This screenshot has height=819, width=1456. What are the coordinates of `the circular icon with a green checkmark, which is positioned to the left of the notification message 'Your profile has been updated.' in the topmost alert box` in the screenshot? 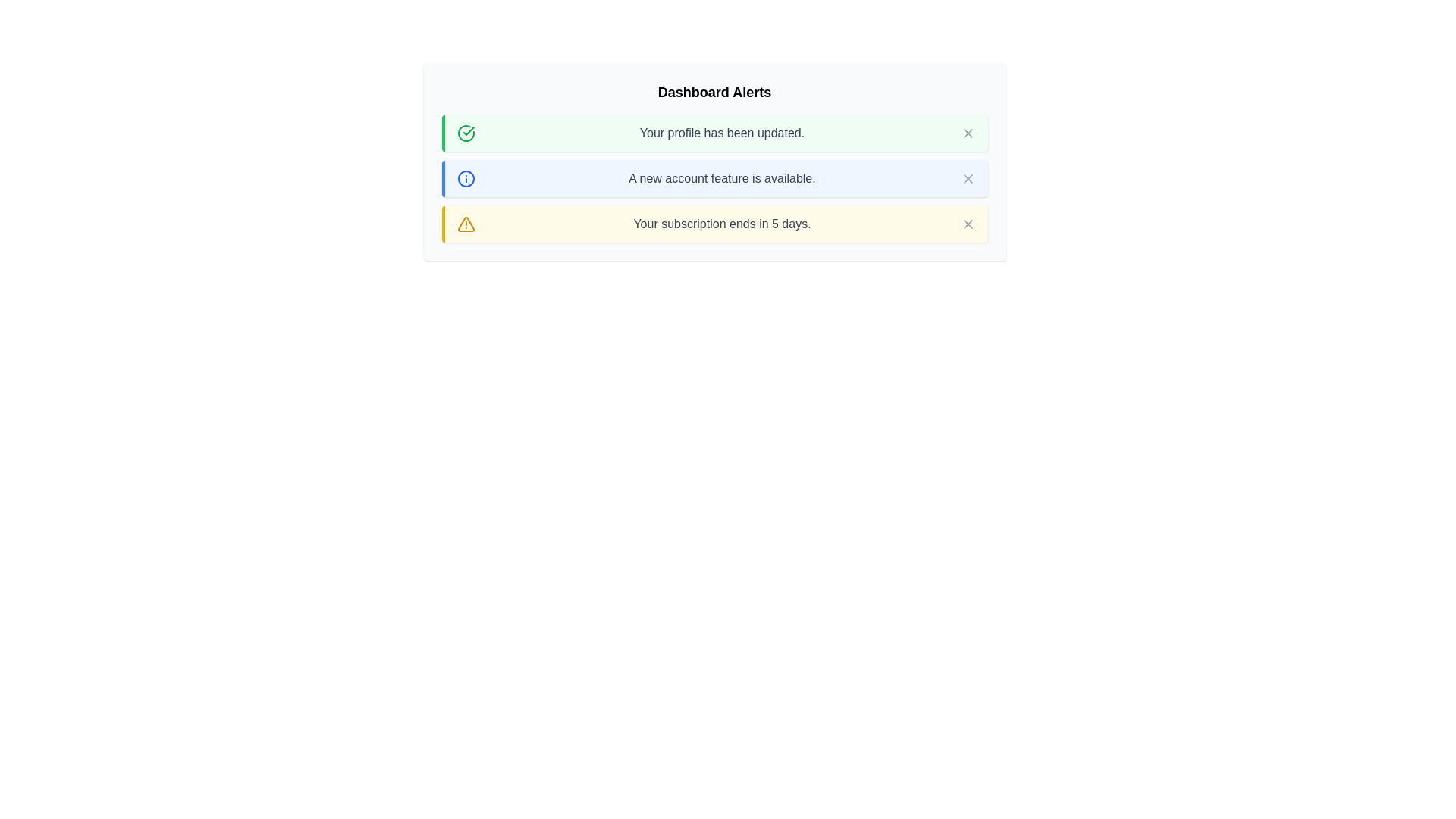 It's located at (465, 133).